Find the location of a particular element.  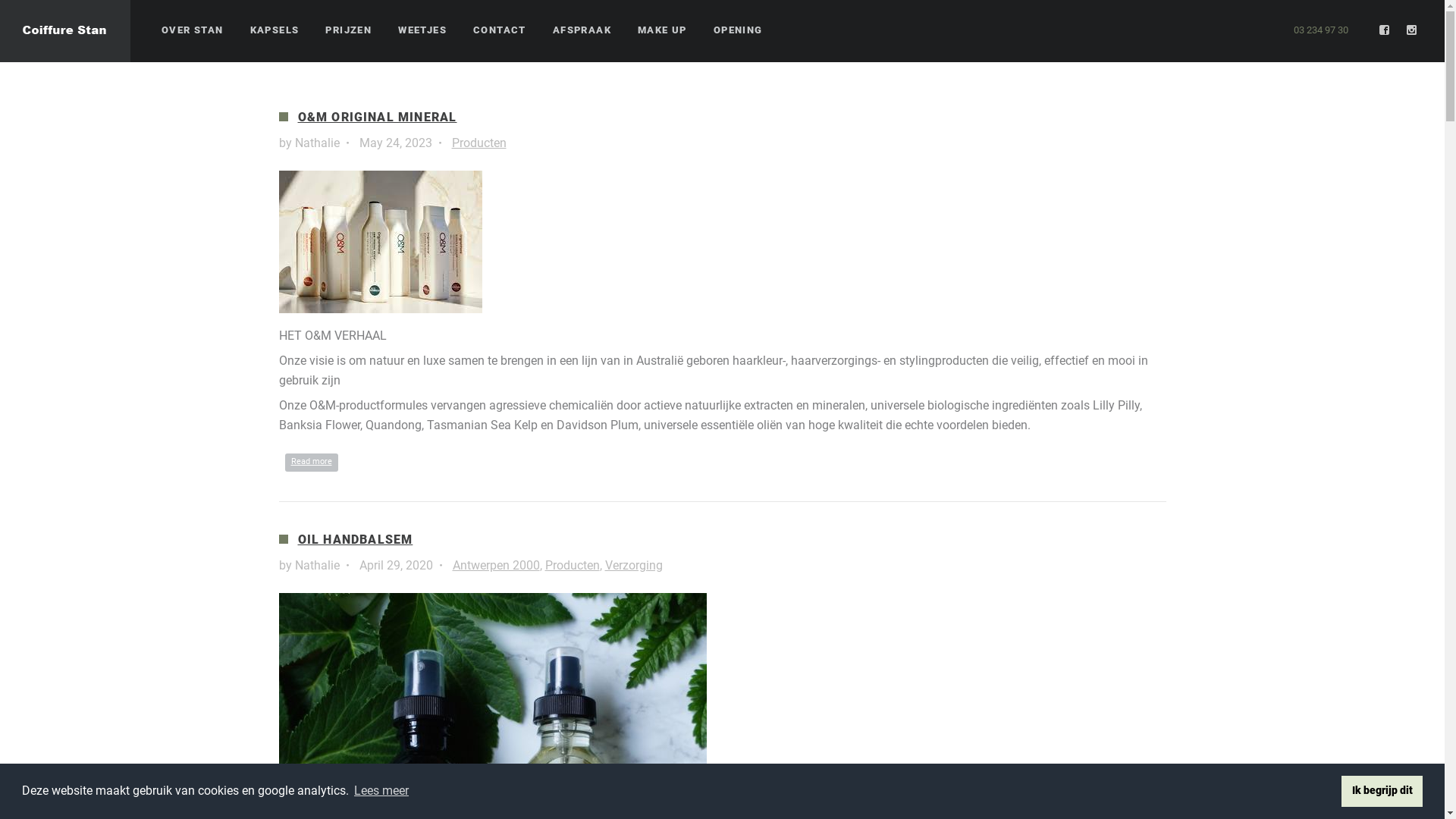

'PRIJZEN' is located at coordinates (324, 30).